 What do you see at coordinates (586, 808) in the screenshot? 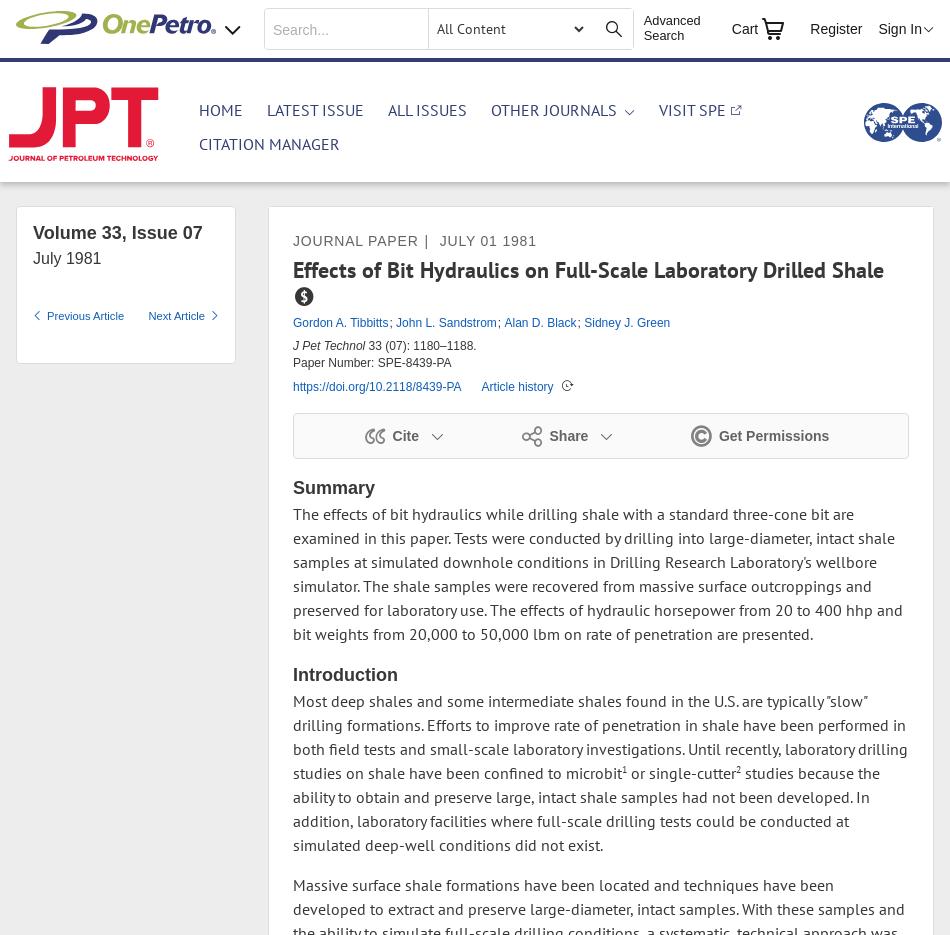
I see `'studies because the ability to obtain and preserve large, intact shale samples had not been developed. In addition, laboratory facilities where full-scale drilling tests could be conducted at simulated deep-well conditions did not exist.'` at bounding box center [586, 808].